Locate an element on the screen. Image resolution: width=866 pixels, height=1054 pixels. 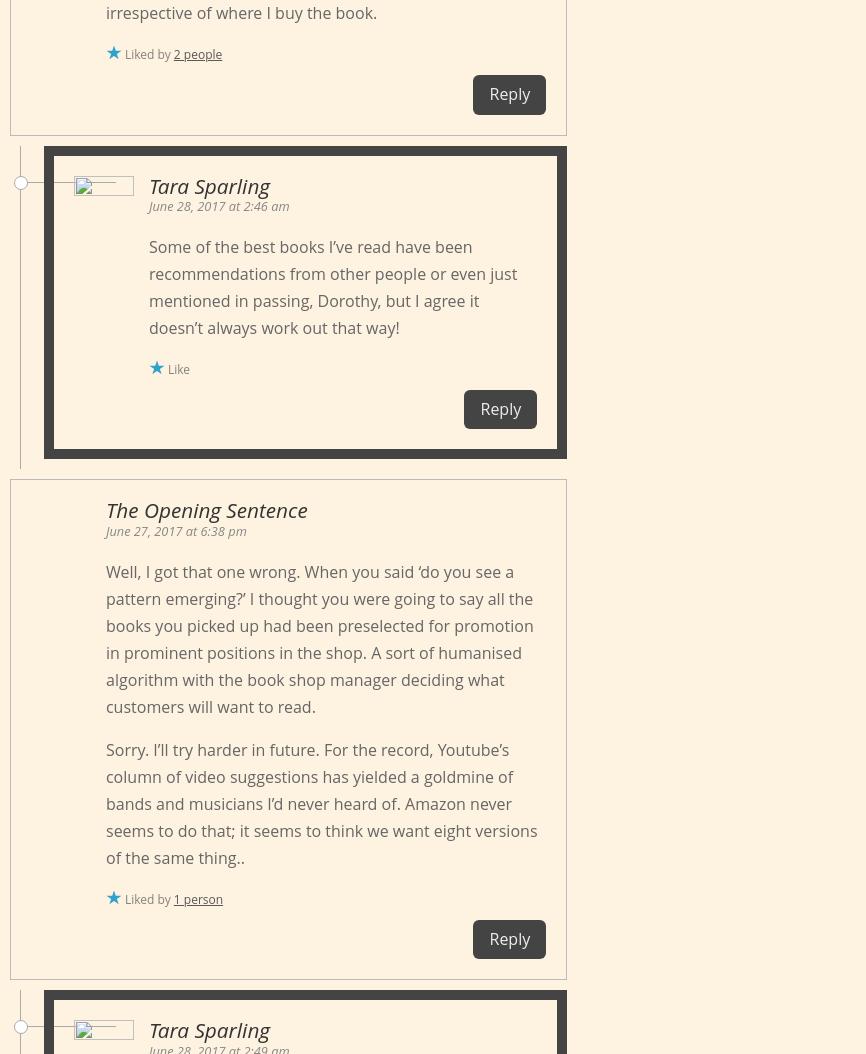
'Well, I got that one wrong. When you said ‘do you see a pattern emerging?’ I thought you were going to say all the books you picked up had been preselected for promotion in prominent positions in the shop. A sort of humanised algorithm with the book shop manager deciding what customers will want to read.' is located at coordinates (318, 638).